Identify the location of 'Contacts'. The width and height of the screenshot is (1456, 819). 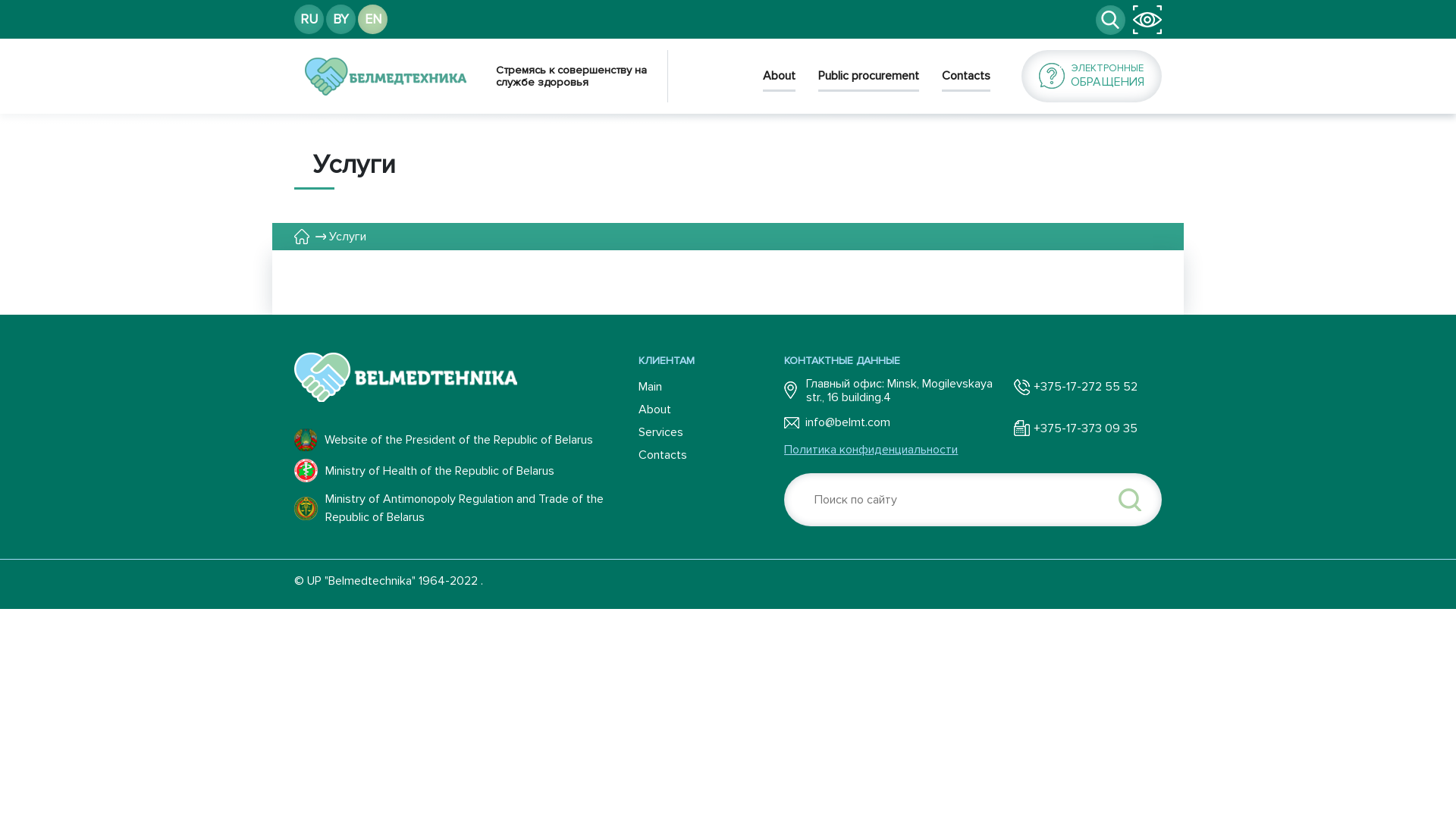
(965, 80).